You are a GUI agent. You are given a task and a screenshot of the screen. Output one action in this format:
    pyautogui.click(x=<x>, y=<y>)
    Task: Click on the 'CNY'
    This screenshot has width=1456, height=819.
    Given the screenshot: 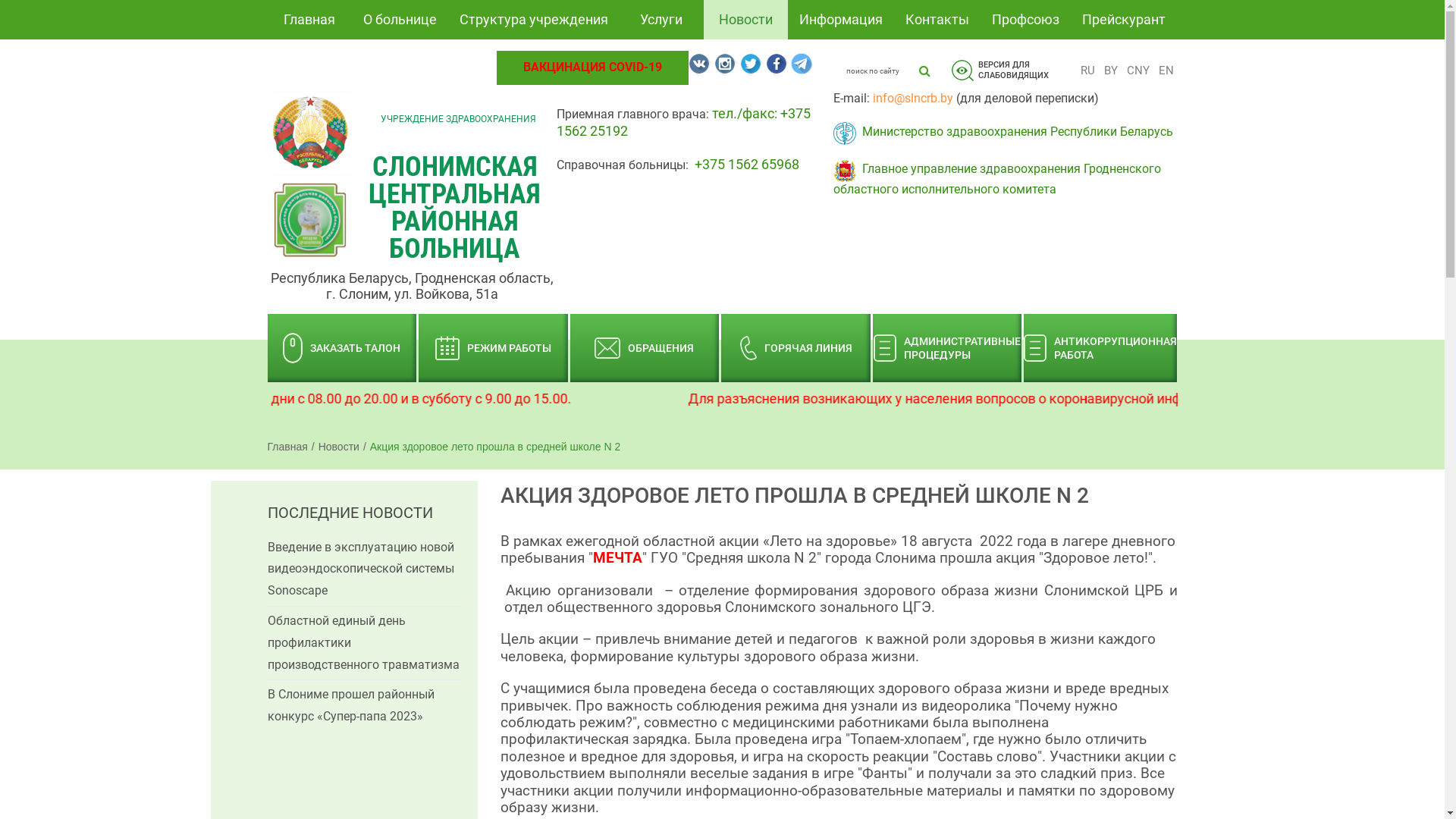 What is the action you would take?
    pyautogui.click(x=1122, y=70)
    